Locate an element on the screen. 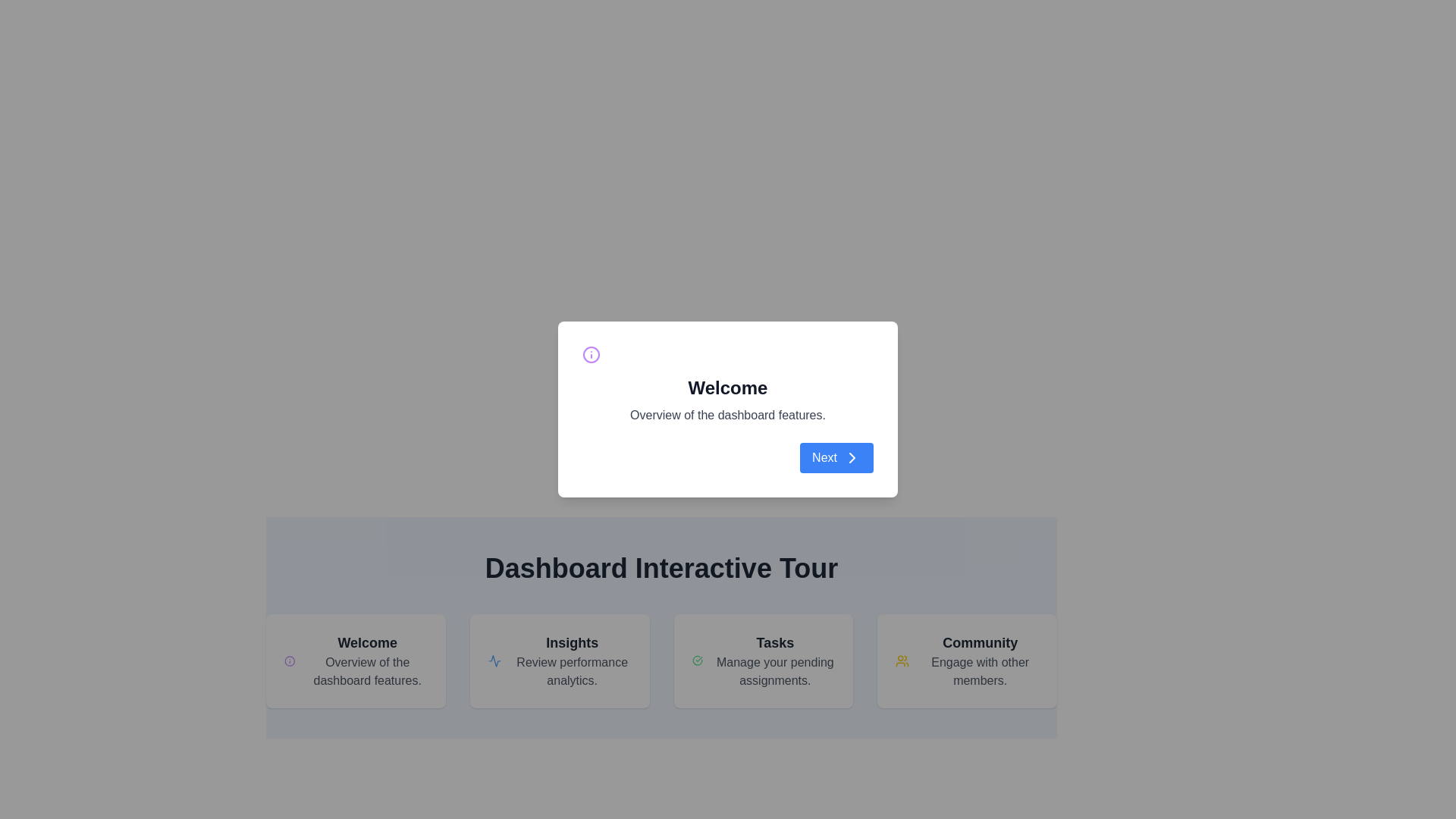 The height and width of the screenshot is (819, 1456). icon located in the bottom-left panel of the 'Welcome' section, which serves as a visual indicator for additional information is located at coordinates (290, 660).